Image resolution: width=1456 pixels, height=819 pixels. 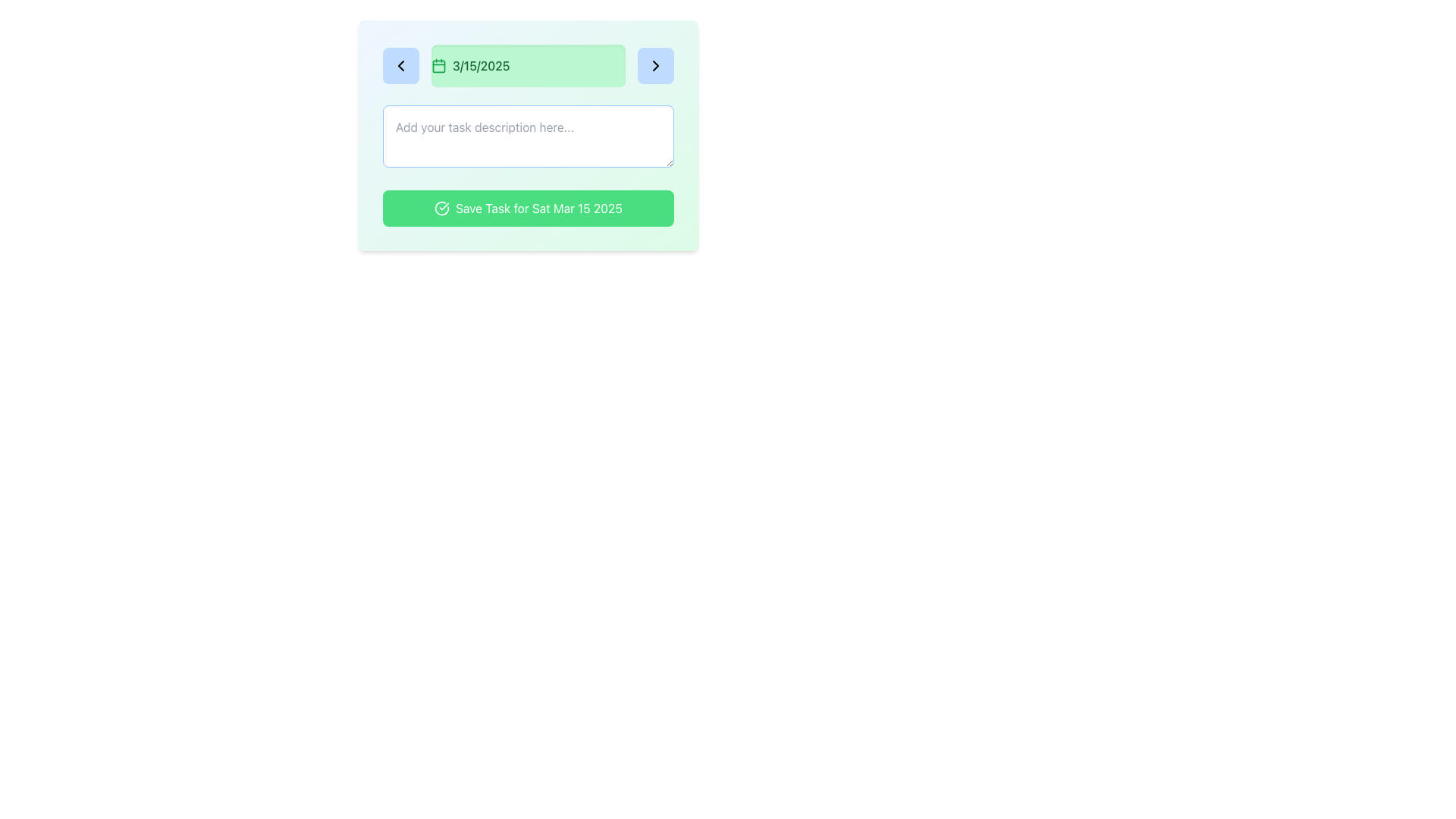 I want to click on the leftward-pointing arrow icon button with a thin outline and light blue background, so click(x=400, y=65).